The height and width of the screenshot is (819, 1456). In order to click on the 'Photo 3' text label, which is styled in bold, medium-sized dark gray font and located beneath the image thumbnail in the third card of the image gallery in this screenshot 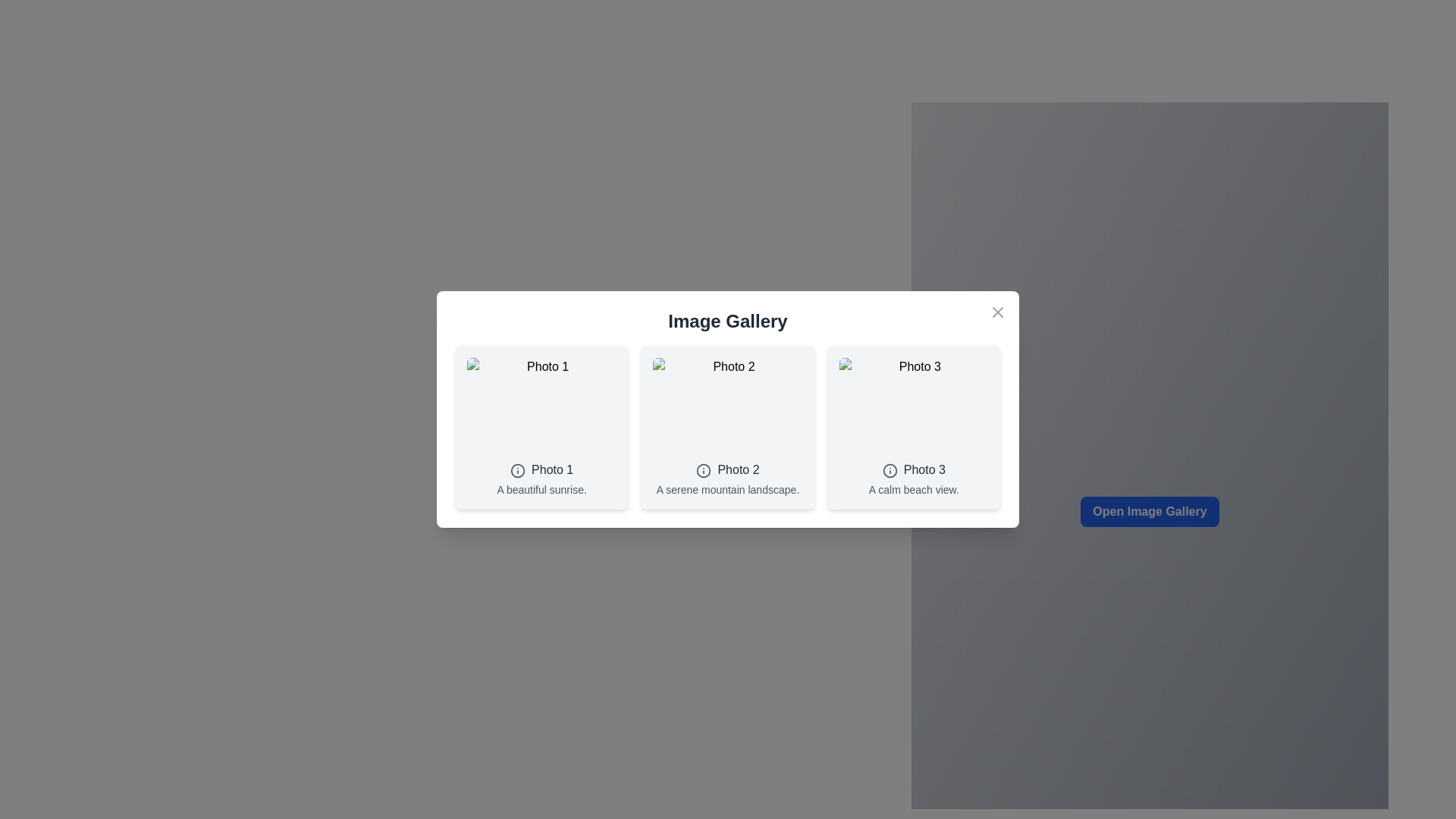, I will do `click(924, 469)`.